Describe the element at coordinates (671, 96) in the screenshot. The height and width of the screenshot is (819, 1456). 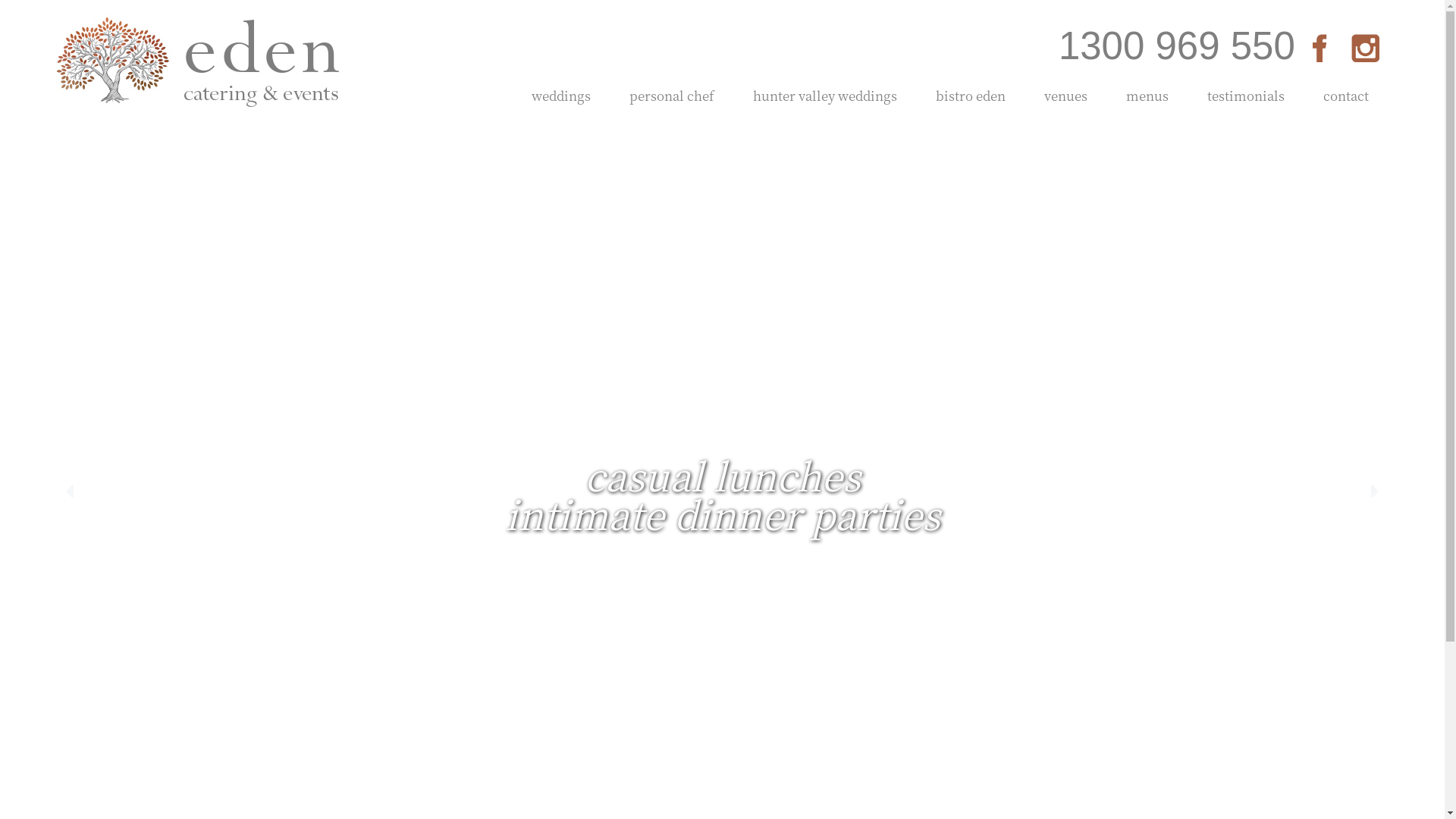
I see `'personal chef'` at that location.